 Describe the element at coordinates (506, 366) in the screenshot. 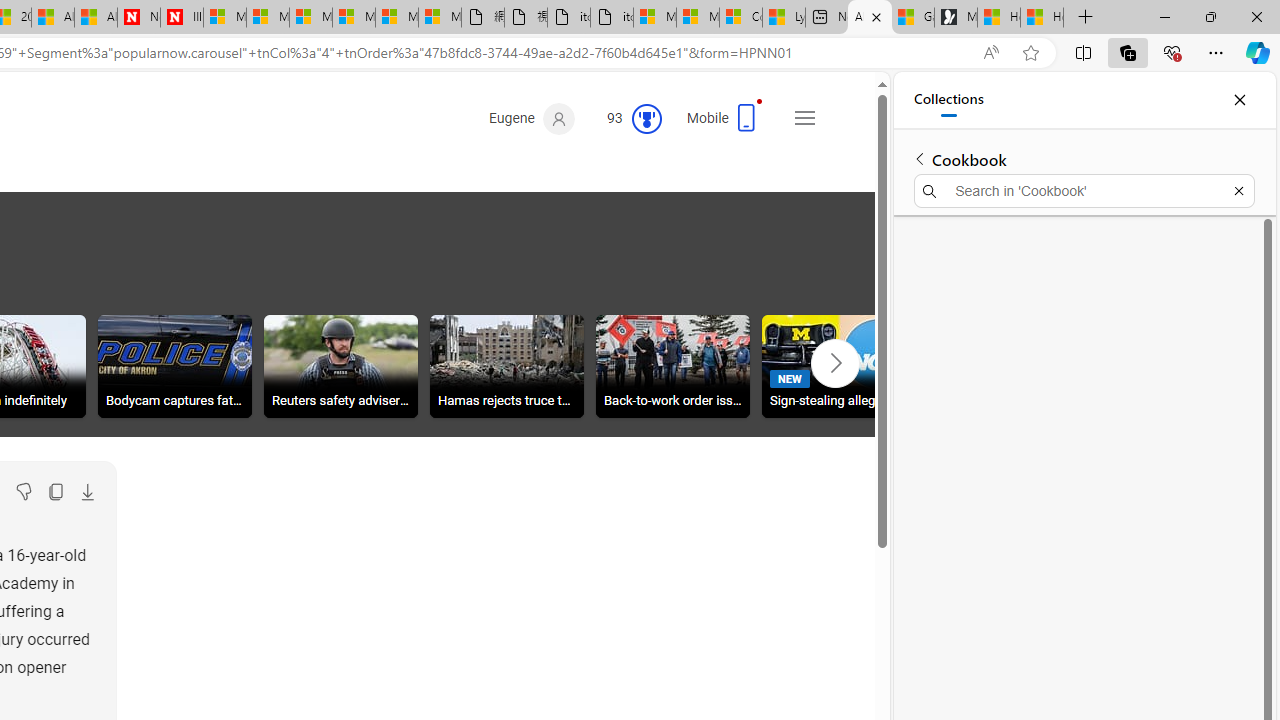

I see `'Hamas rejects truce terms'` at that location.